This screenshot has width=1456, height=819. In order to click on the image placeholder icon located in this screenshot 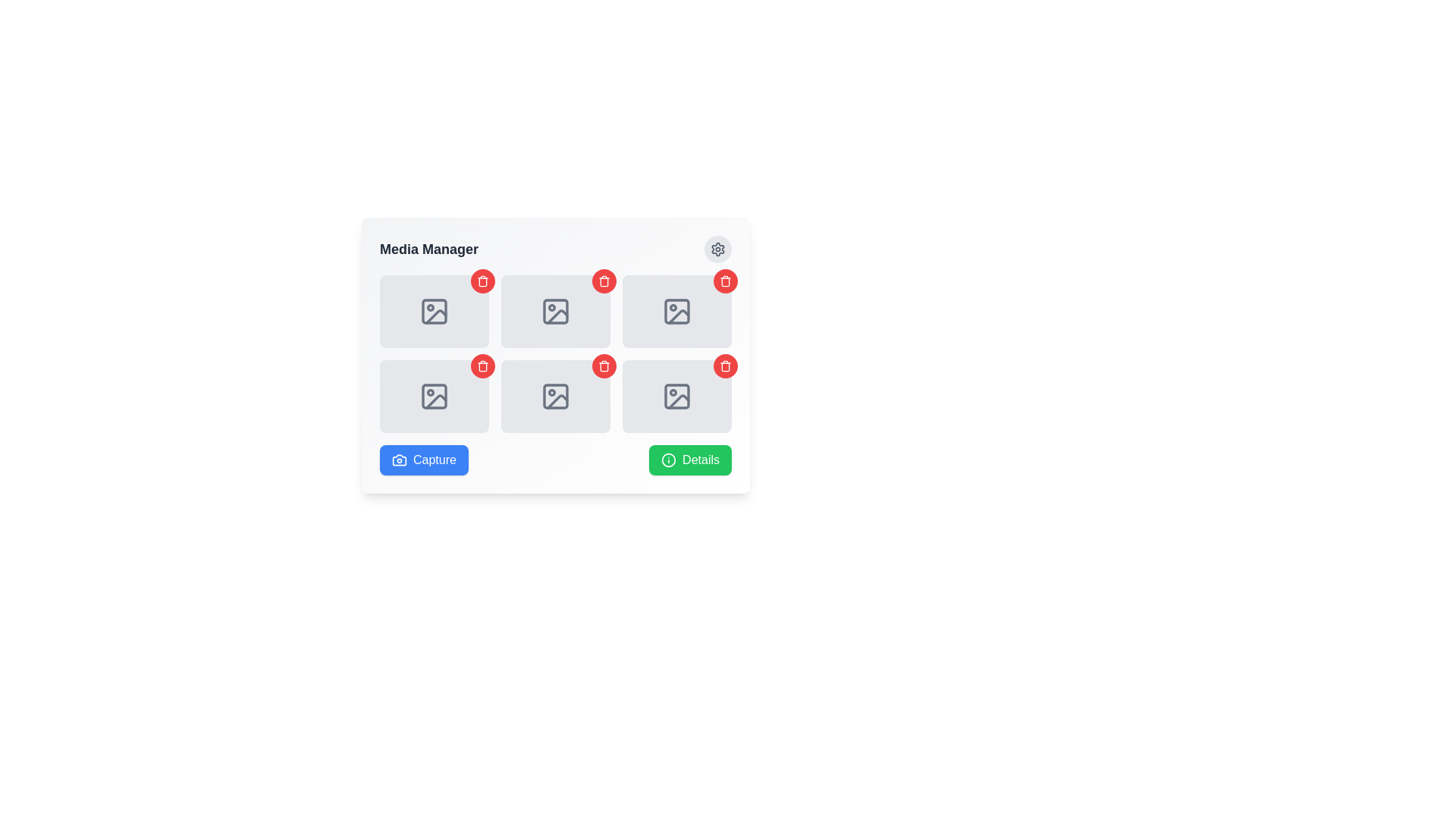, I will do `click(555, 311)`.